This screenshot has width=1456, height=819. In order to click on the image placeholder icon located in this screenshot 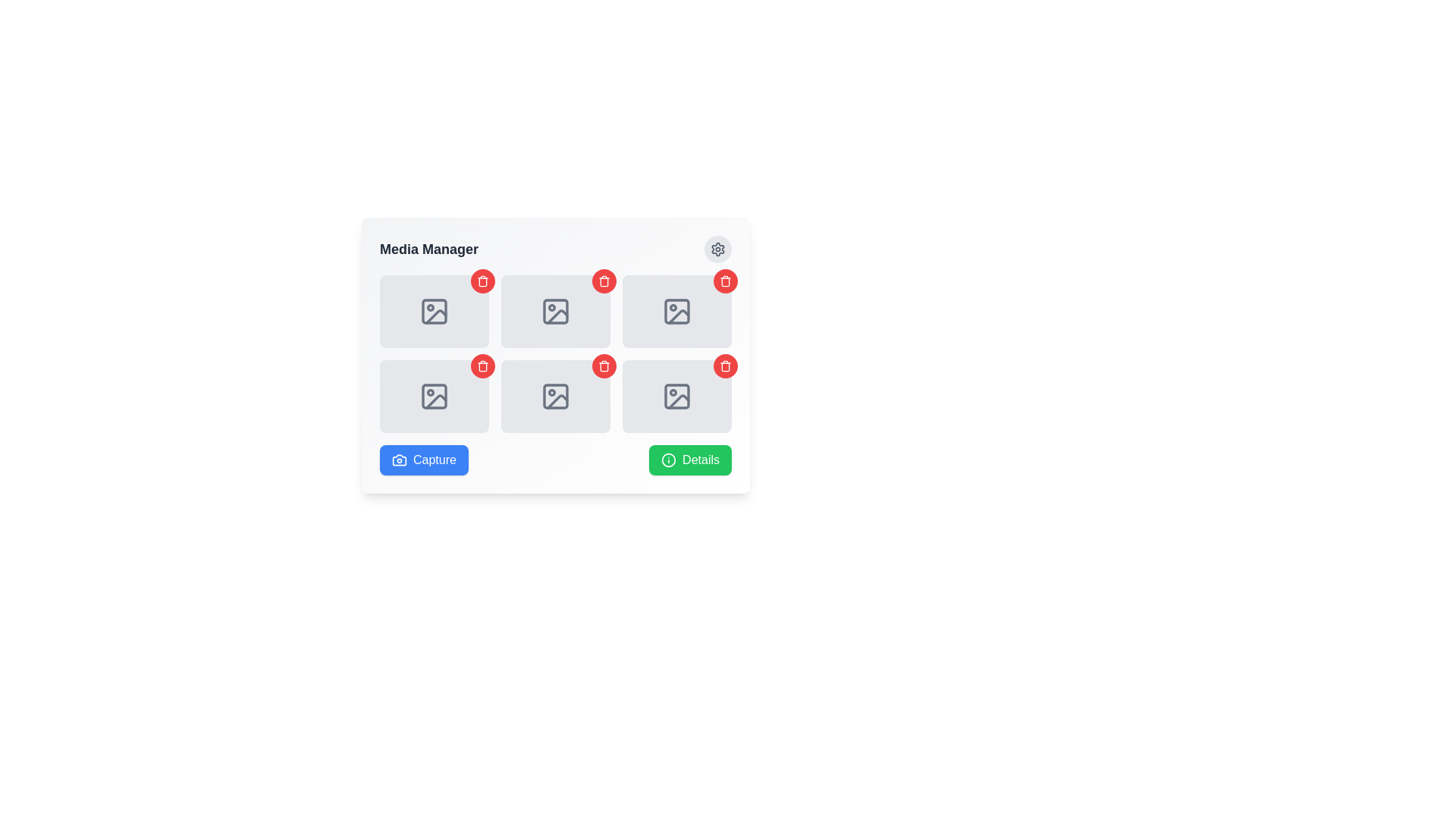, I will do `click(555, 311)`.